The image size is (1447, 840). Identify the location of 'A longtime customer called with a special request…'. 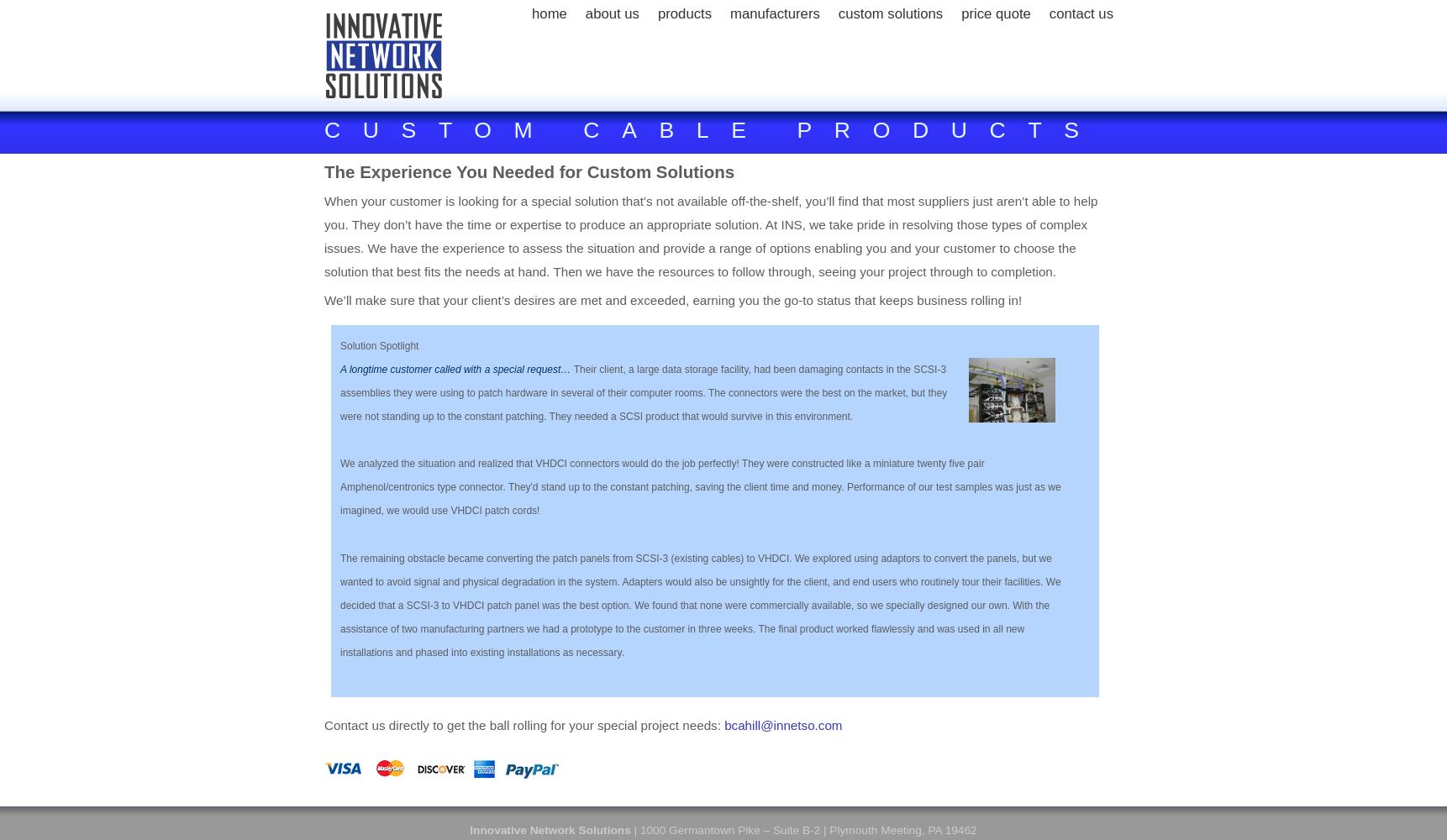
(456, 368).